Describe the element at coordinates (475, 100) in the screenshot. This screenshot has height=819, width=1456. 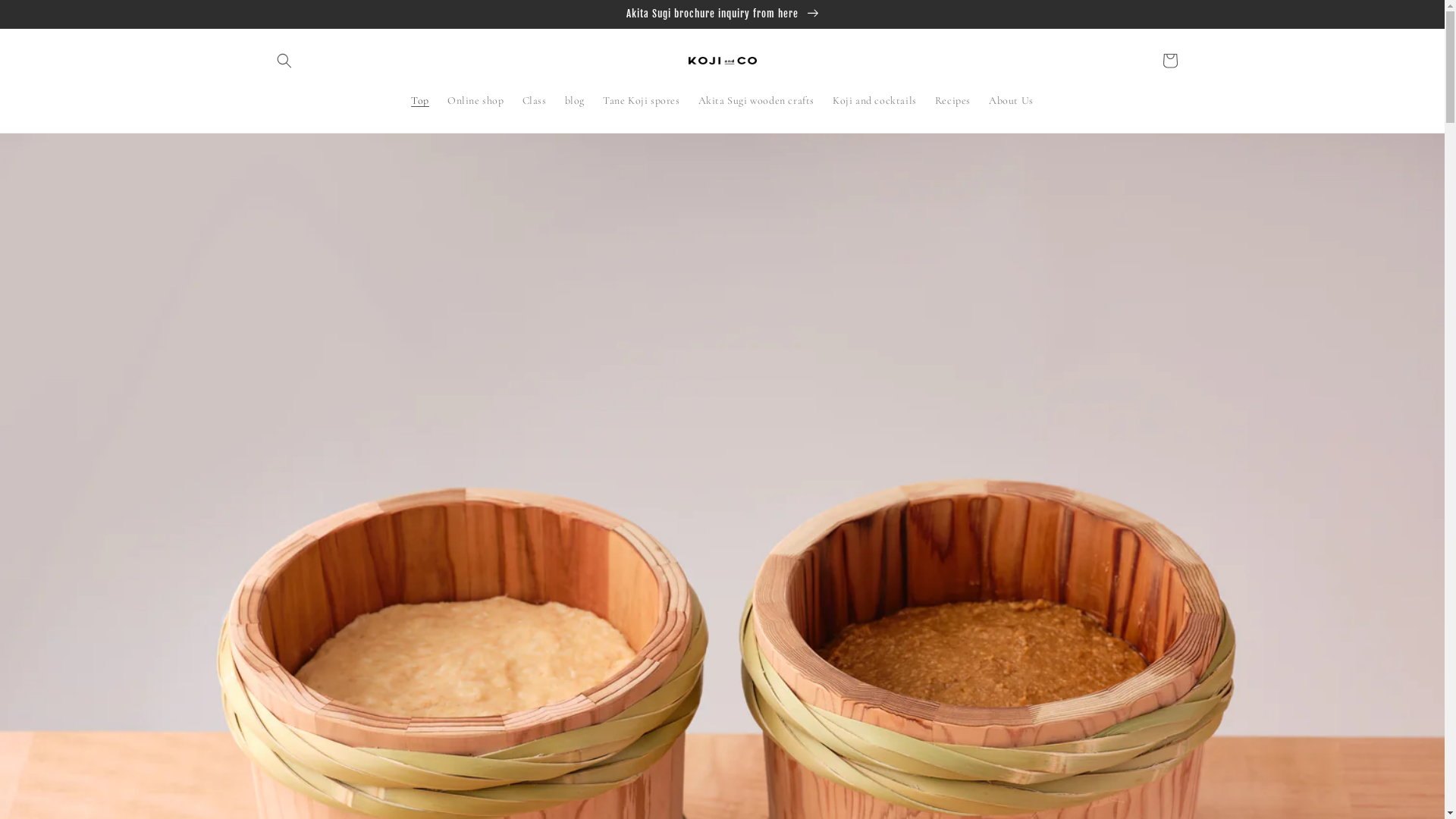
I see `'Online shop'` at that location.